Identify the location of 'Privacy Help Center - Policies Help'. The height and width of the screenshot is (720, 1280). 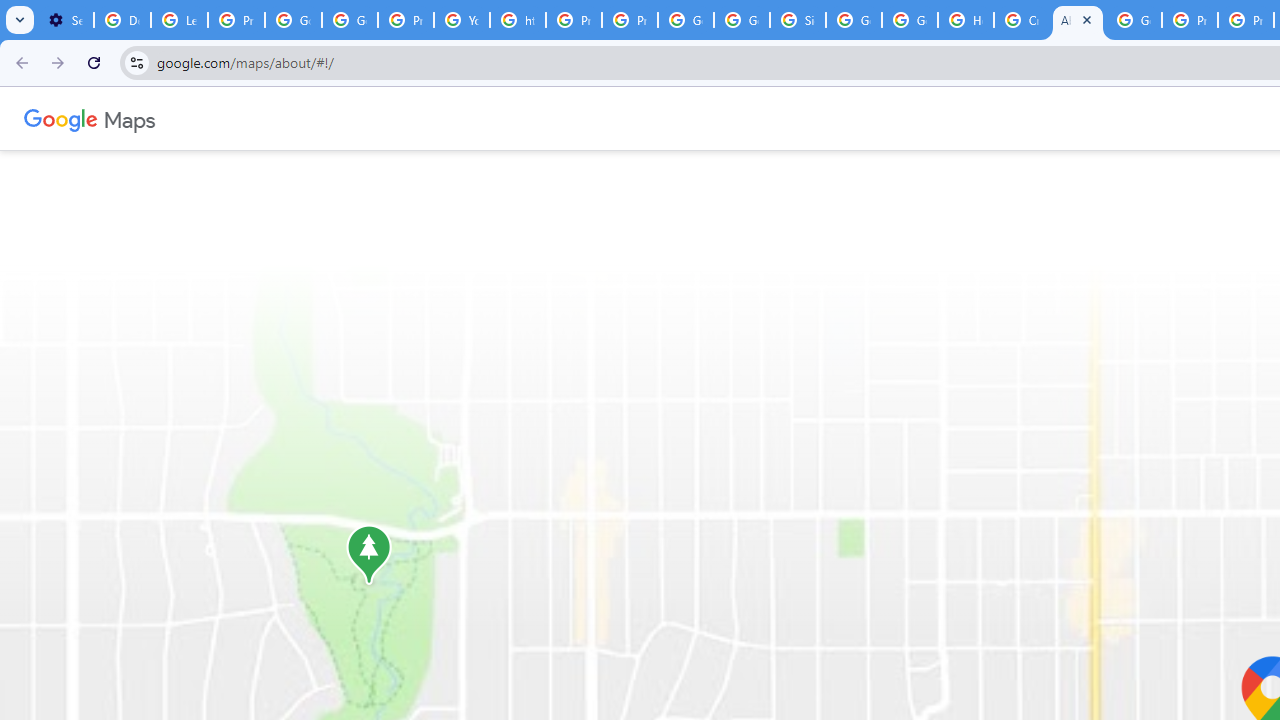
(573, 20).